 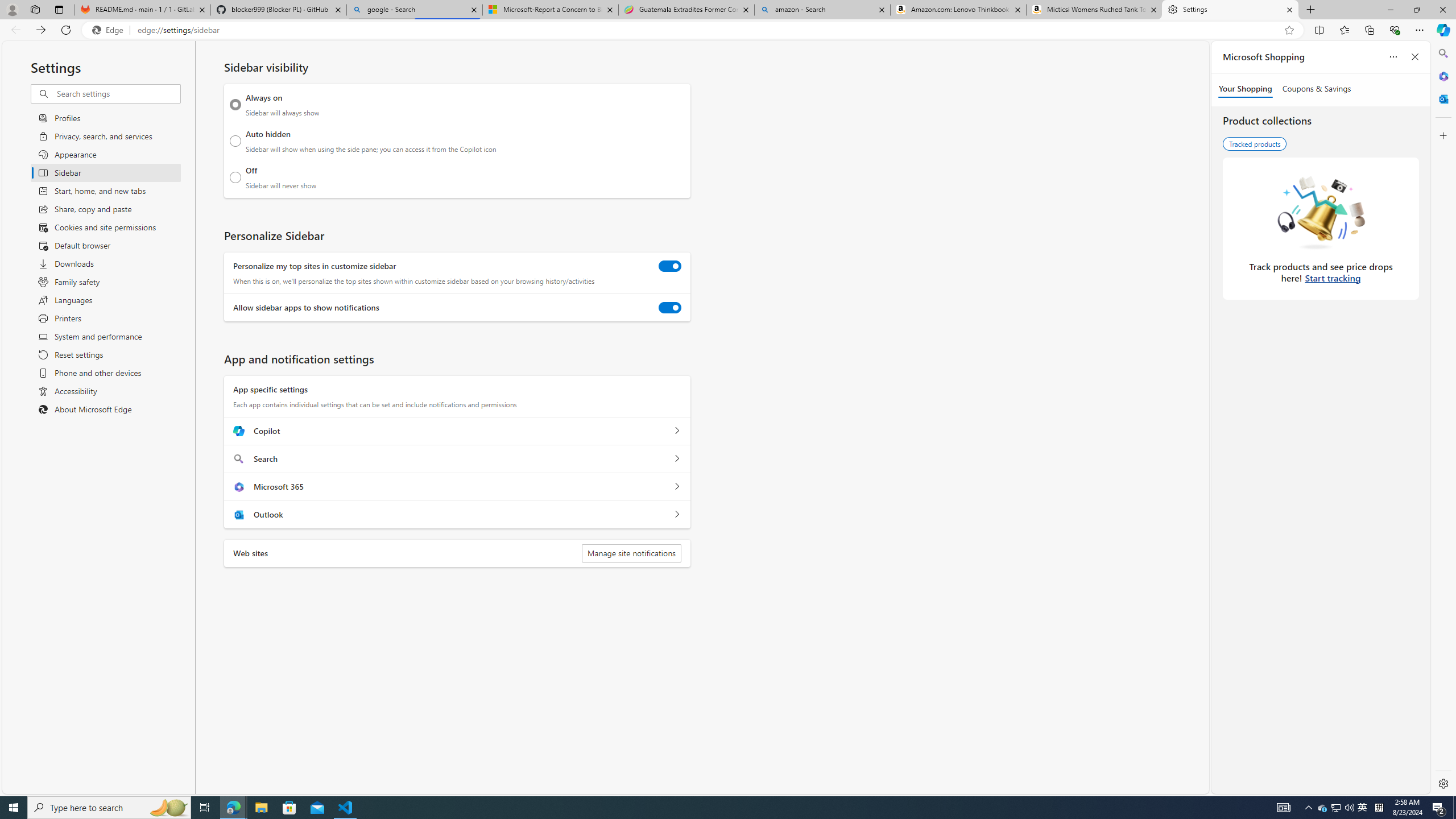 I want to click on 'Off Sidebar will never show', so click(x=235, y=177).